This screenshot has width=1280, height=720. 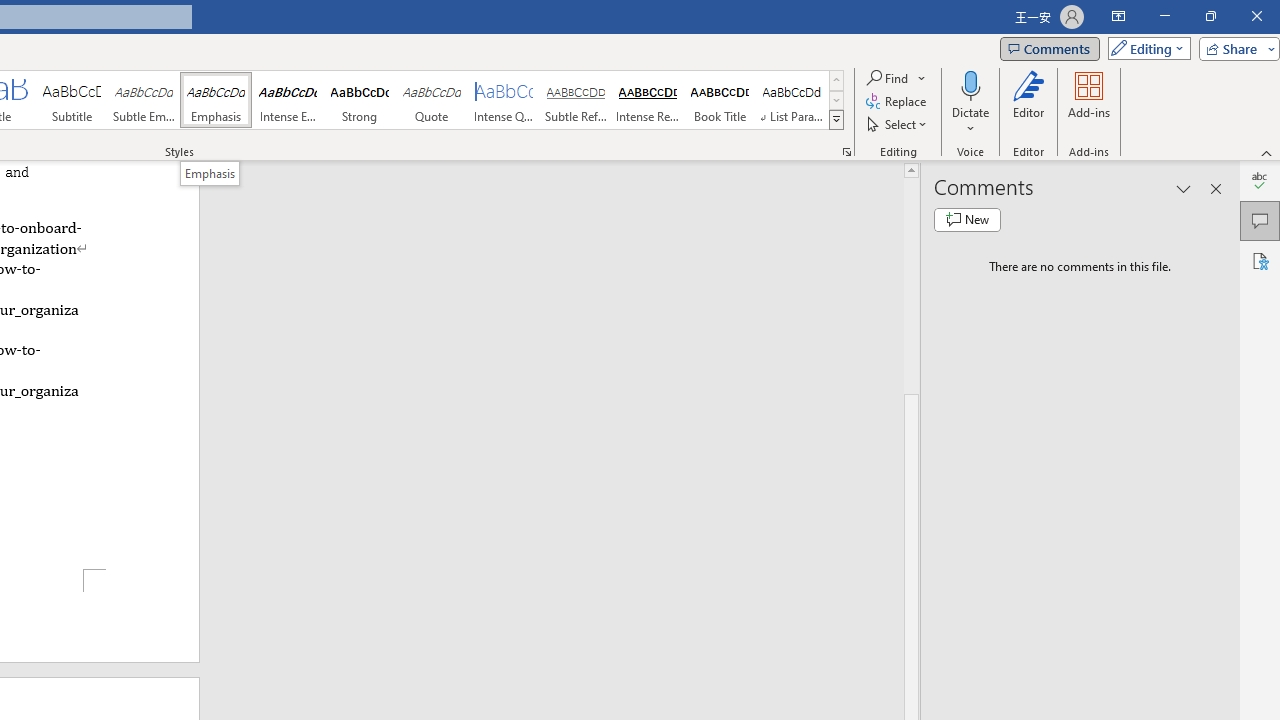 What do you see at coordinates (967, 219) in the screenshot?
I see `'New comment'` at bounding box center [967, 219].